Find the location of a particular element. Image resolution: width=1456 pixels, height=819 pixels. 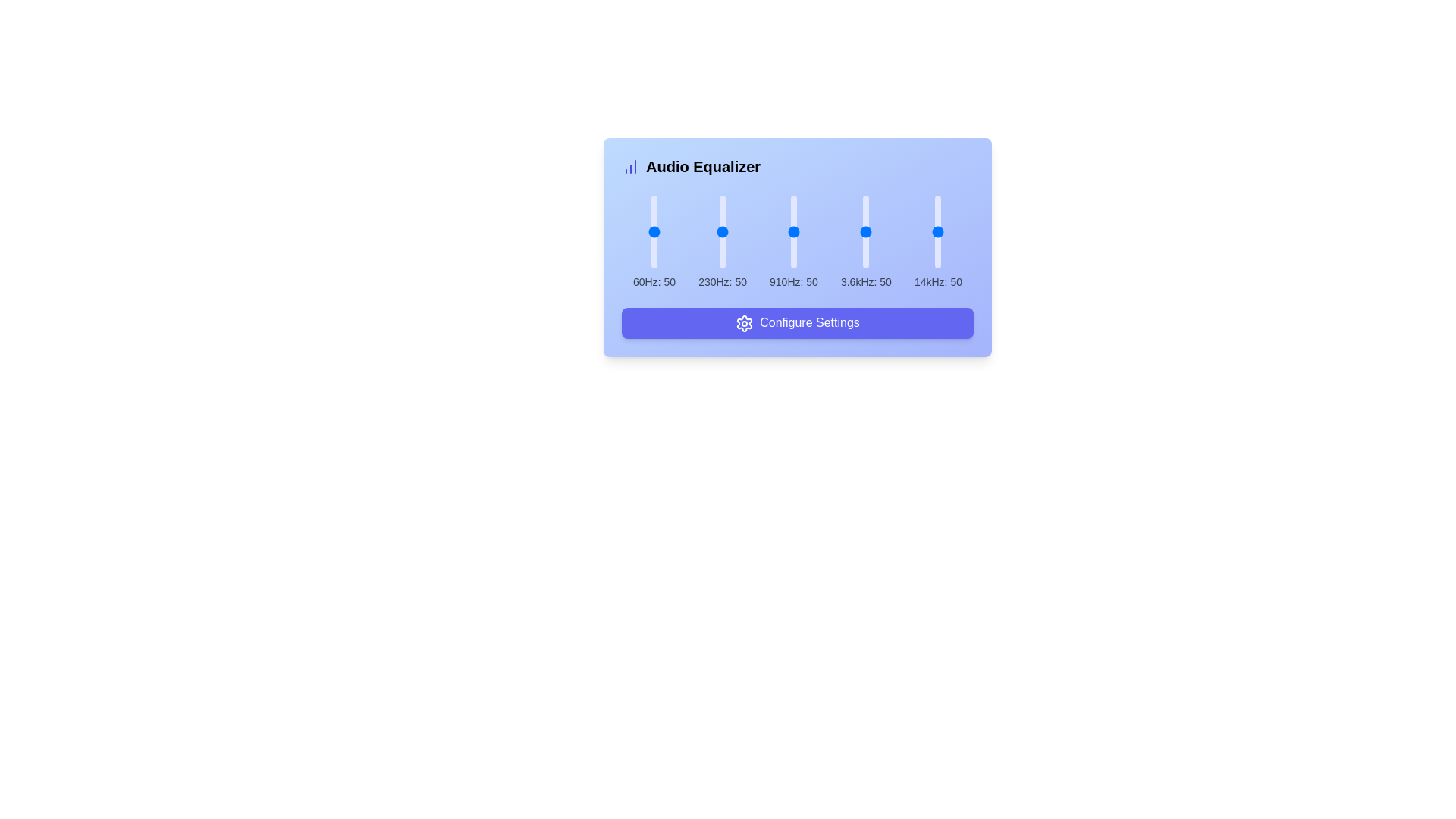

the slider value is located at coordinates (937, 198).